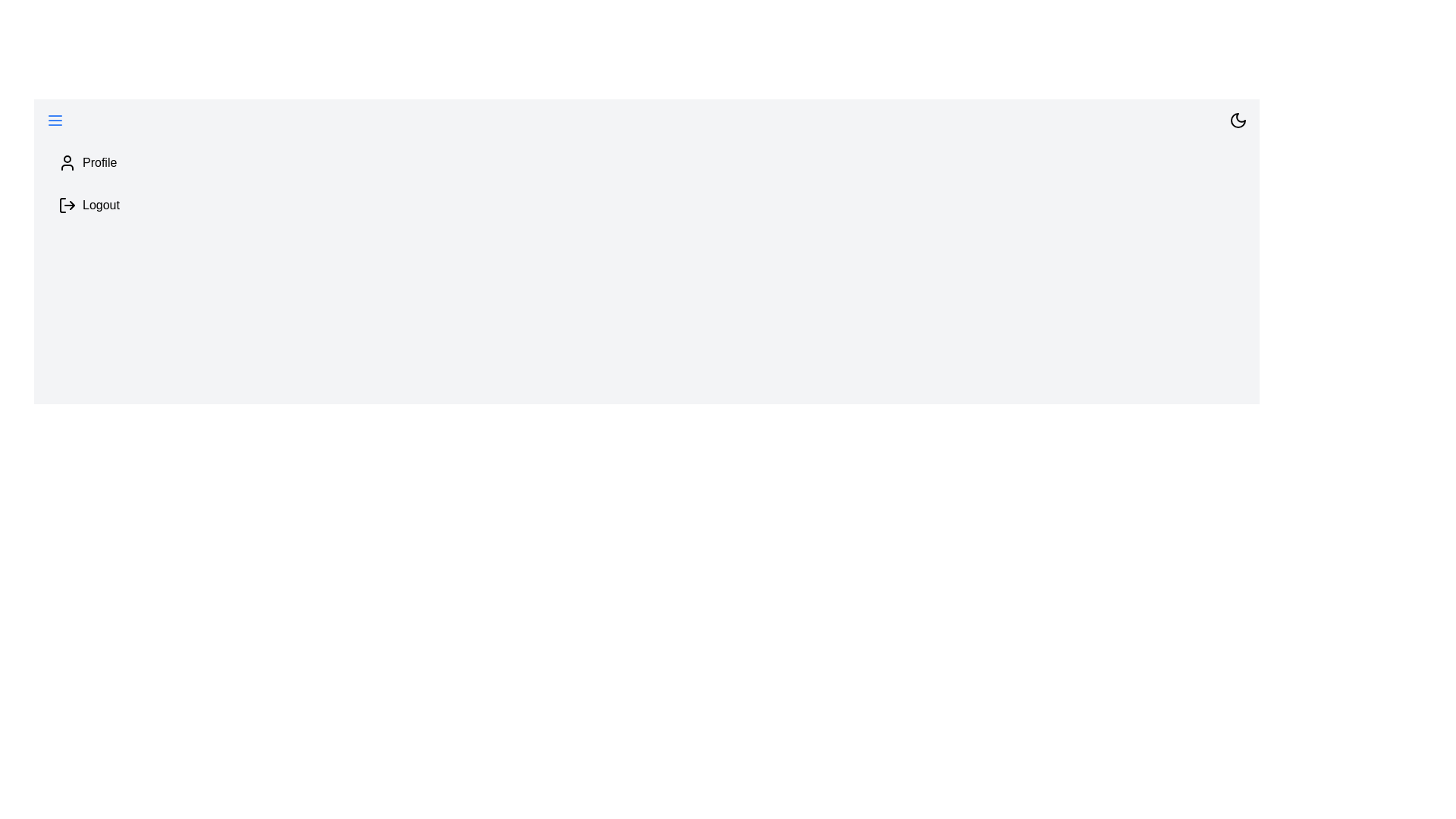 The height and width of the screenshot is (819, 1456). Describe the element at coordinates (100, 205) in the screenshot. I see `the 'Logout' text label` at that location.